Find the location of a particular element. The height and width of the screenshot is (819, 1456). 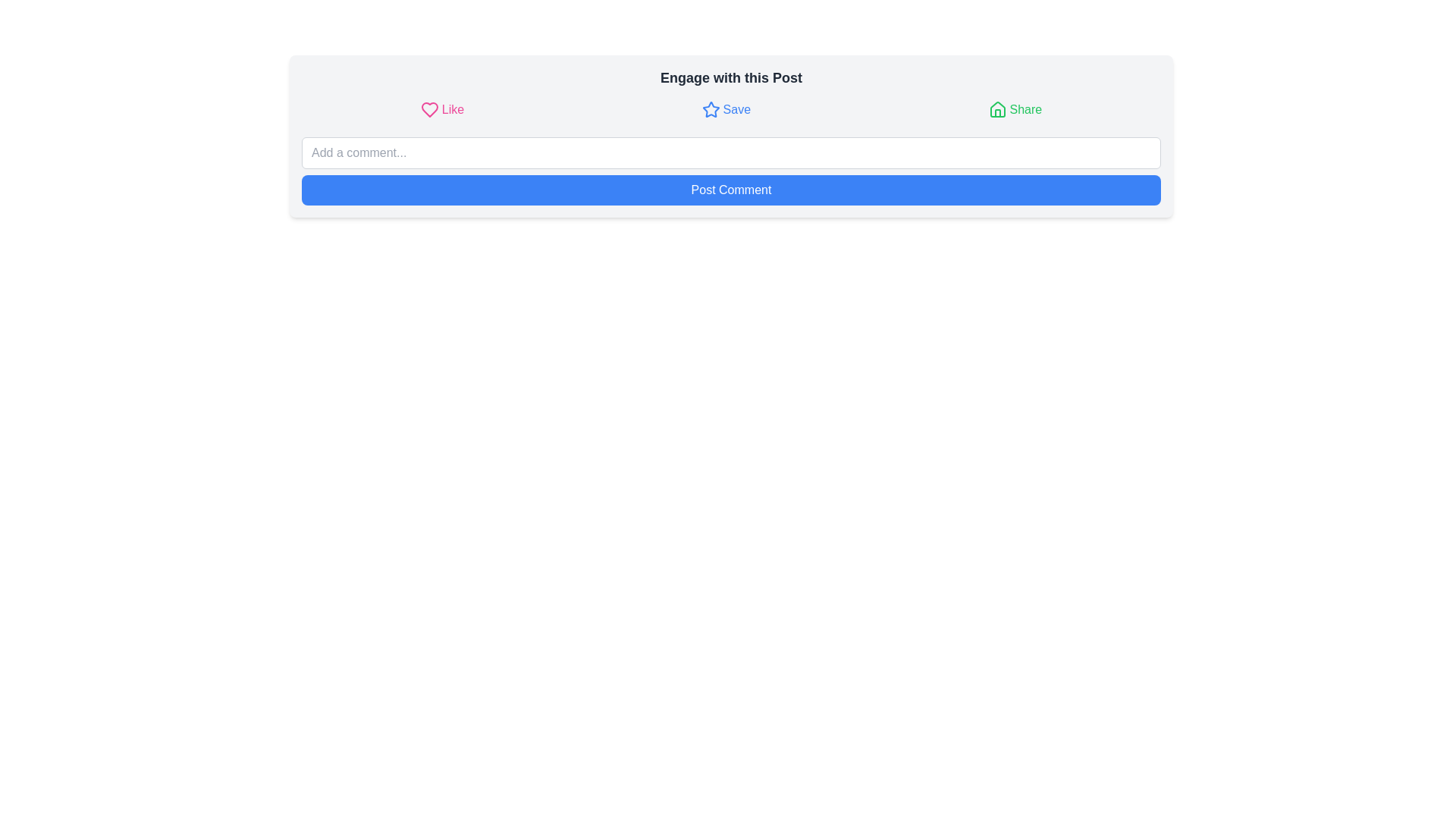

the 'Share' button, which features a light green house icon and green text that changes to darker green on hover, positioned as the third option in a horizontal arrangement of buttons is located at coordinates (1015, 109).